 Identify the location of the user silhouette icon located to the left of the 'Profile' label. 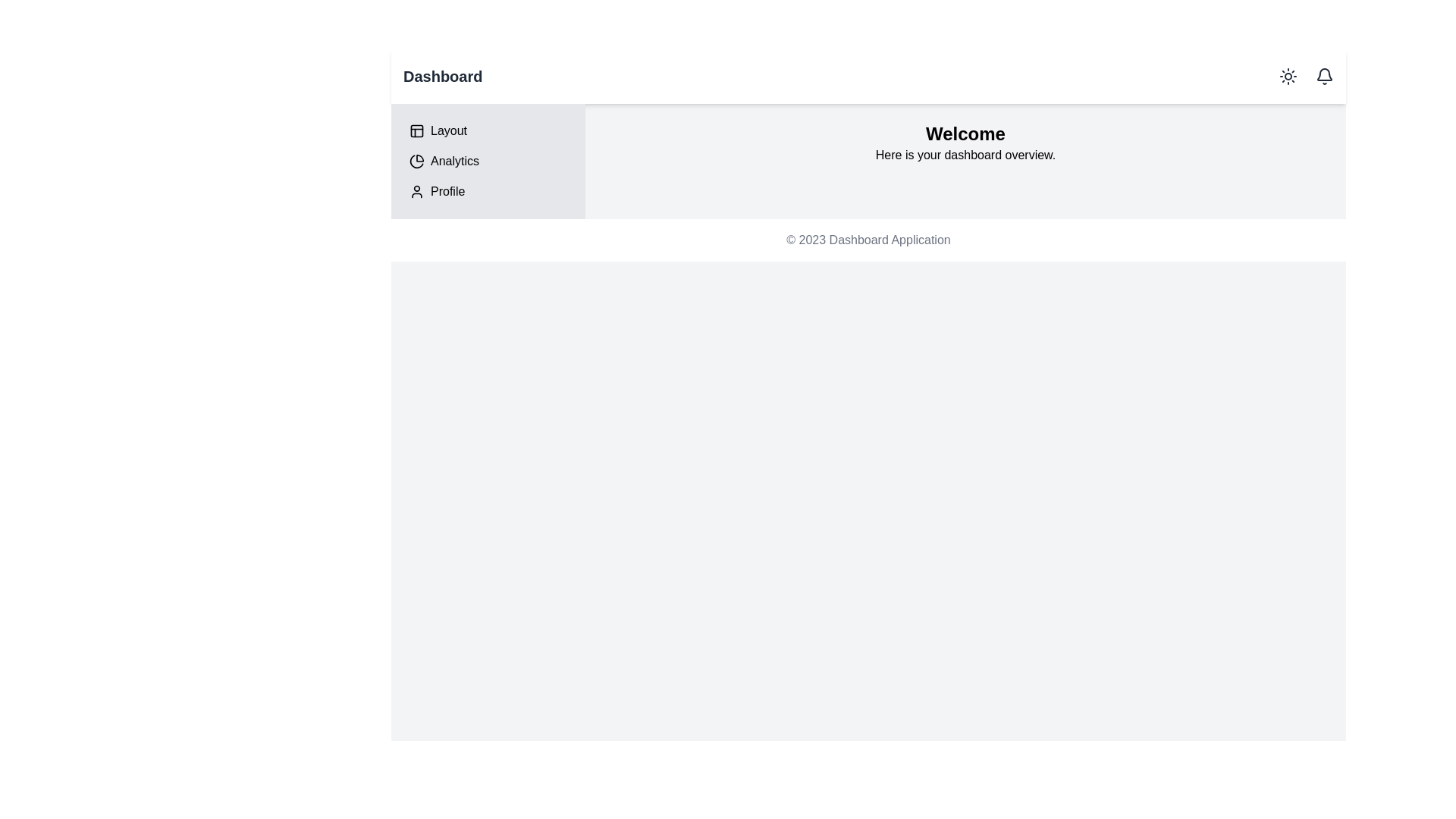
(417, 191).